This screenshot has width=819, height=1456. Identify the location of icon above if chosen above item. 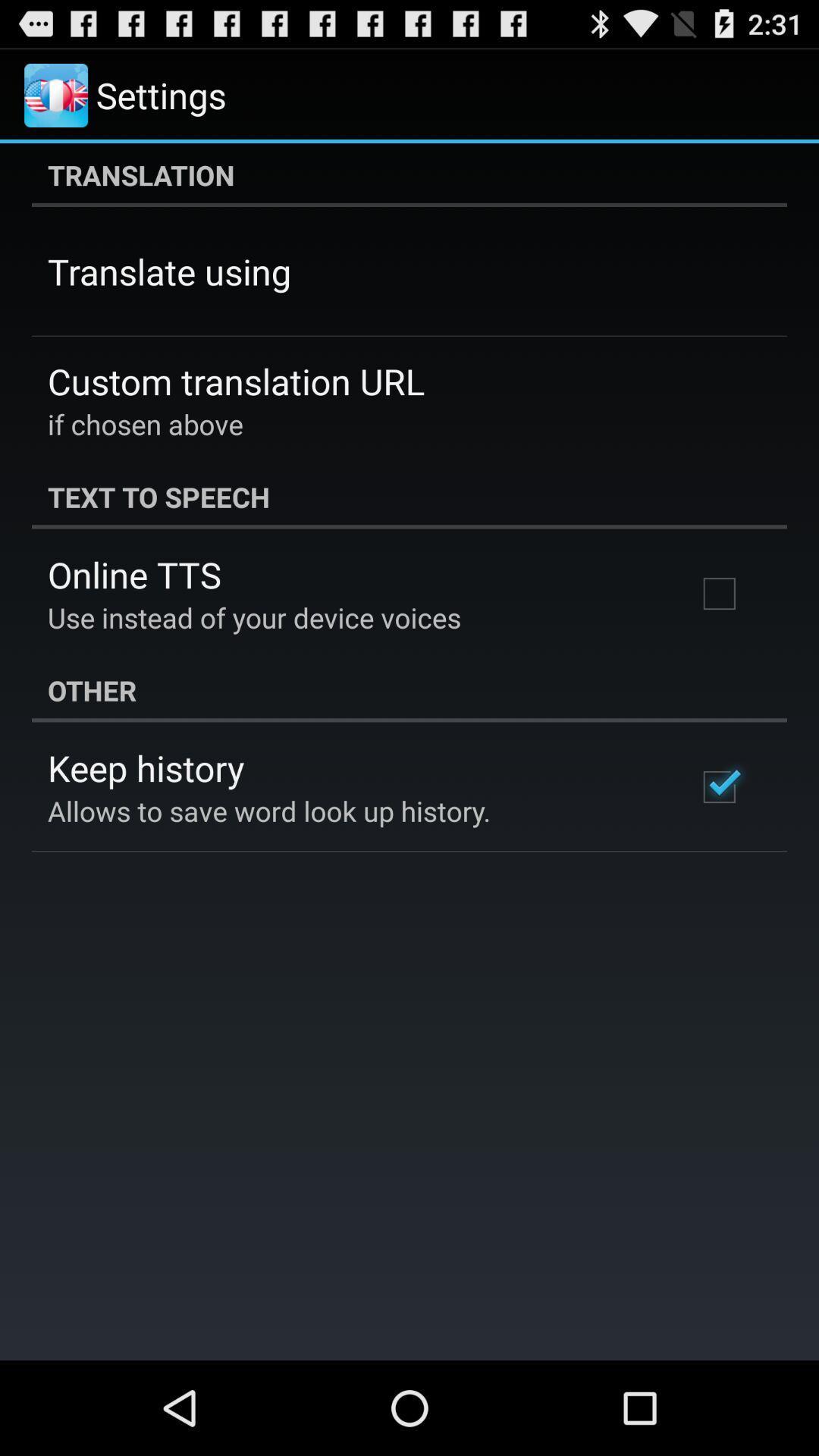
(236, 381).